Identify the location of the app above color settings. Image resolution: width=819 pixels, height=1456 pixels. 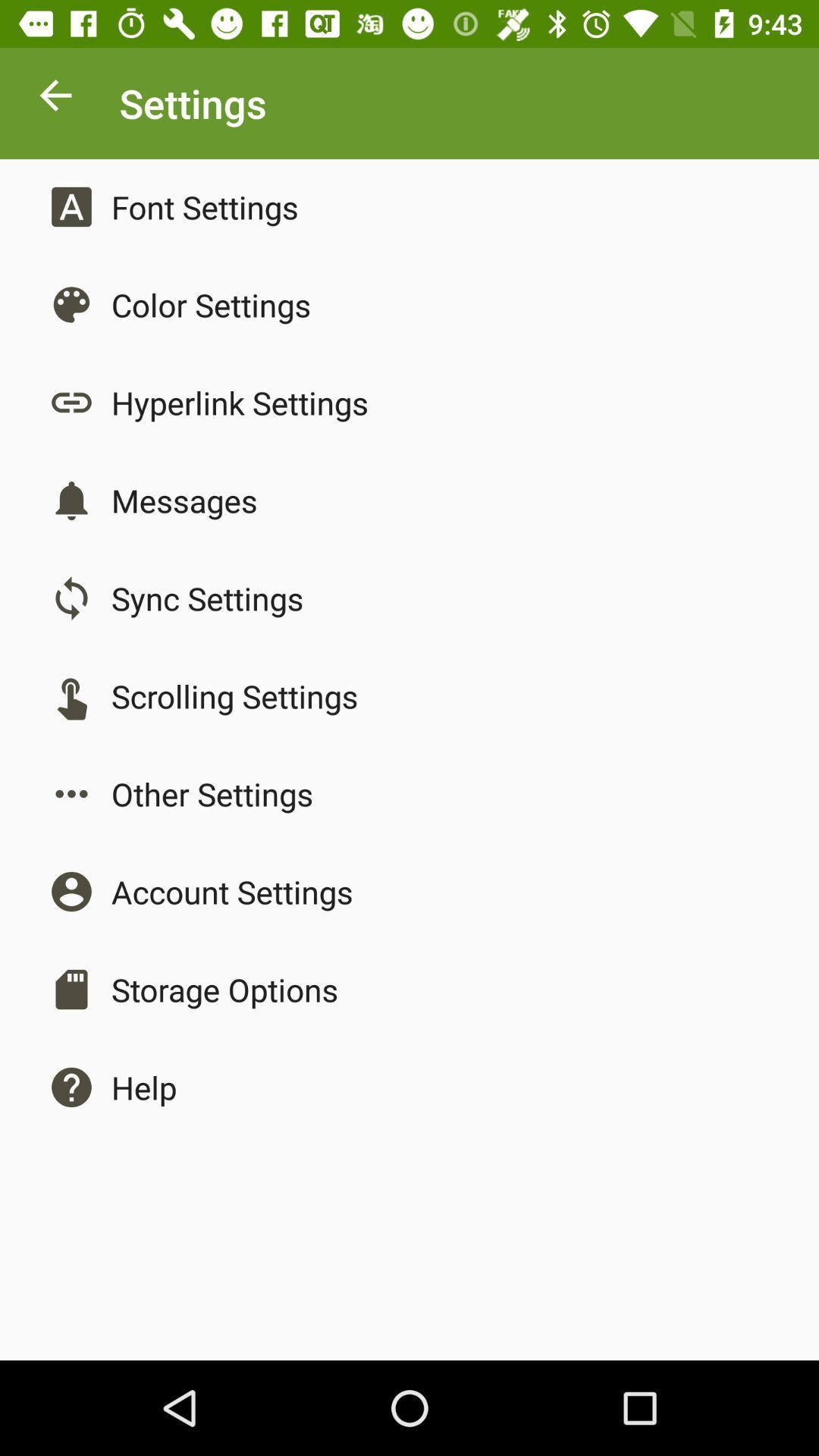
(205, 206).